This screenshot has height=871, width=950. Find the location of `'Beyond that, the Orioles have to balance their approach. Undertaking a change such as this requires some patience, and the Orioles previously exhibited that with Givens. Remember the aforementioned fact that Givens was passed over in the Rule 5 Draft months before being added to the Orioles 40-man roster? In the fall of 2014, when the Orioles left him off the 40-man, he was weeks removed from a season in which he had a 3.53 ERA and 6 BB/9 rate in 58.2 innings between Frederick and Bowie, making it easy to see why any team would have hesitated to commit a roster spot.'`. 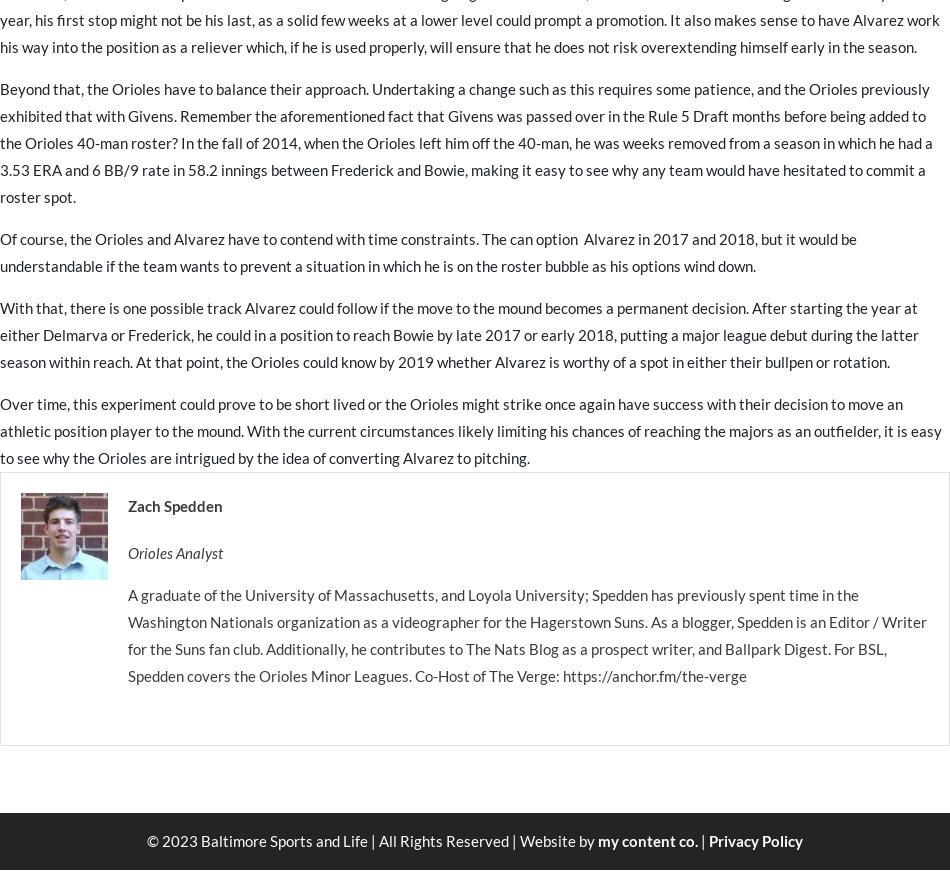

'Beyond that, the Orioles have to balance their approach. Undertaking a change such as this requires some patience, and the Orioles previously exhibited that with Givens. Remember the aforementioned fact that Givens was passed over in the Rule 5 Draft months before being added to the Orioles 40-man roster? In the fall of 2014, when the Orioles left him off the 40-man, he was weeks removed from a season in which he had a 3.53 ERA and 6 BB/9 rate in 58.2 innings between Frederick and Bowie, making it easy to see why any team would have hesitated to commit a roster spot.' is located at coordinates (465, 142).